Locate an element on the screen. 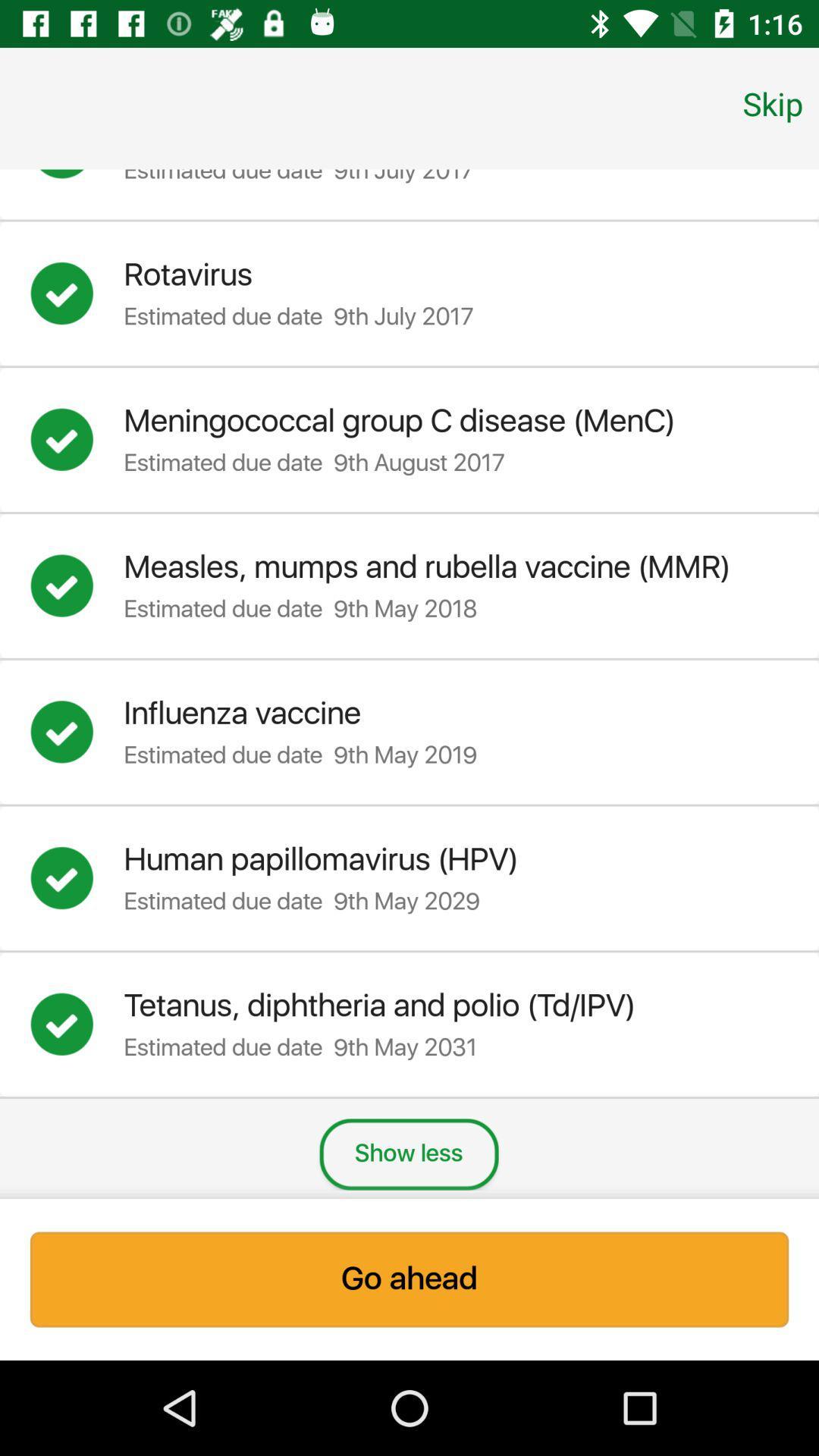 Image resolution: width=819 pixels, height=1456 pixels. confirmation button is located at coordinates (77, 585).